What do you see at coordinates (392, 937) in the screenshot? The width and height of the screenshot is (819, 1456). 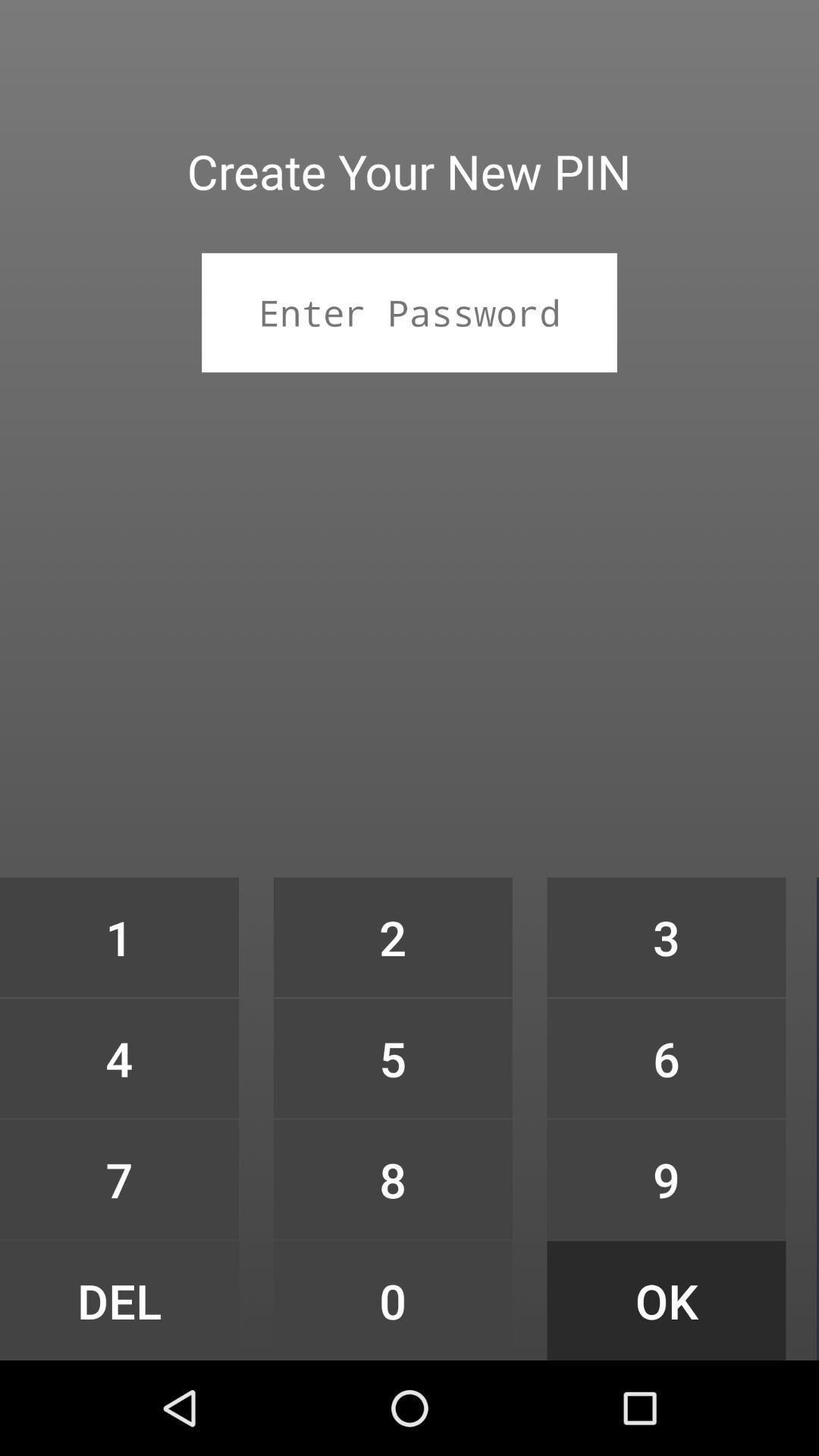 I see `item at the center` at bounding box center [392, 937].